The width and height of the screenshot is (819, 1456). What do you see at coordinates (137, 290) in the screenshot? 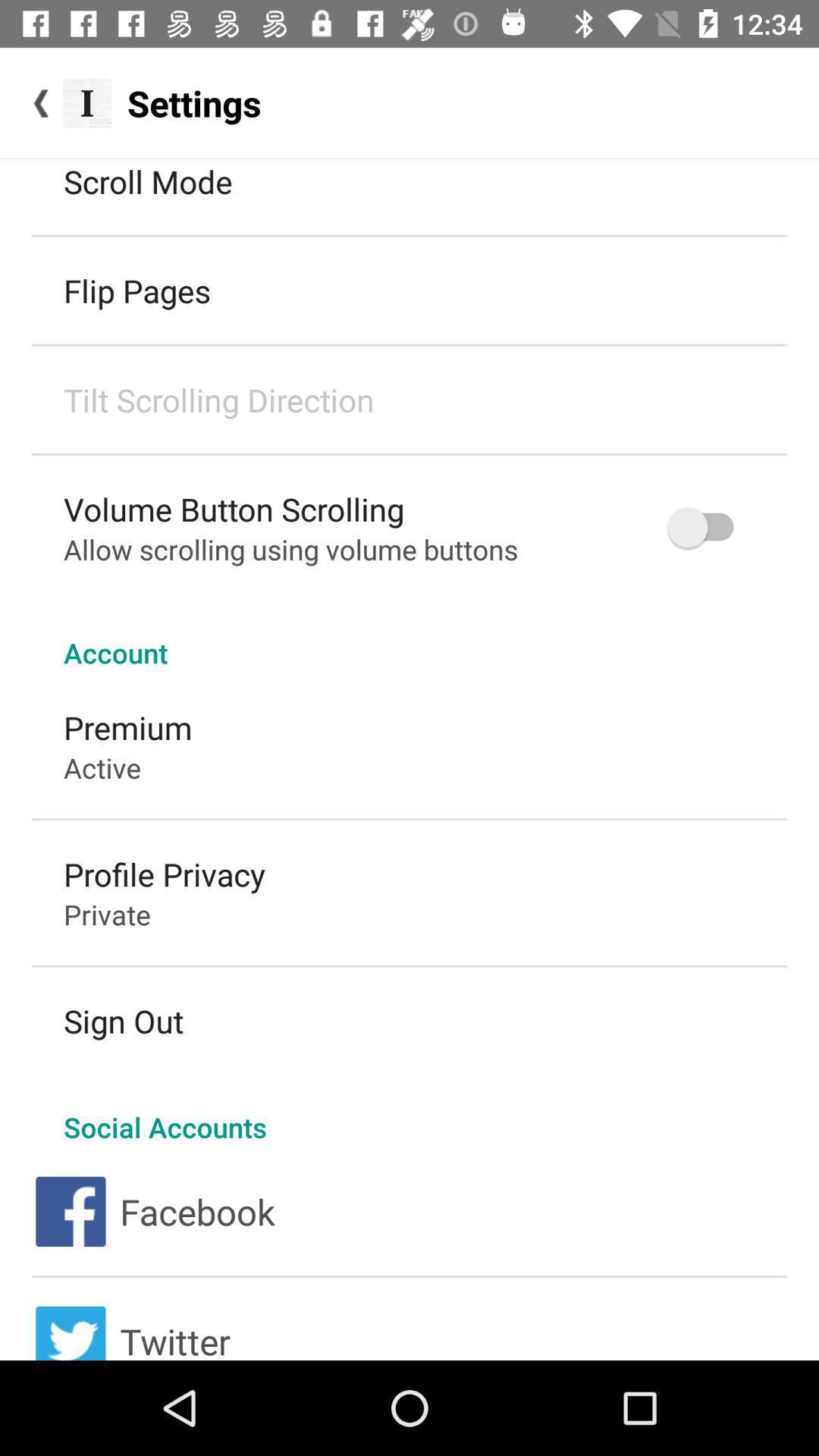
I see `flip pages` at bounding box center [137, 290].